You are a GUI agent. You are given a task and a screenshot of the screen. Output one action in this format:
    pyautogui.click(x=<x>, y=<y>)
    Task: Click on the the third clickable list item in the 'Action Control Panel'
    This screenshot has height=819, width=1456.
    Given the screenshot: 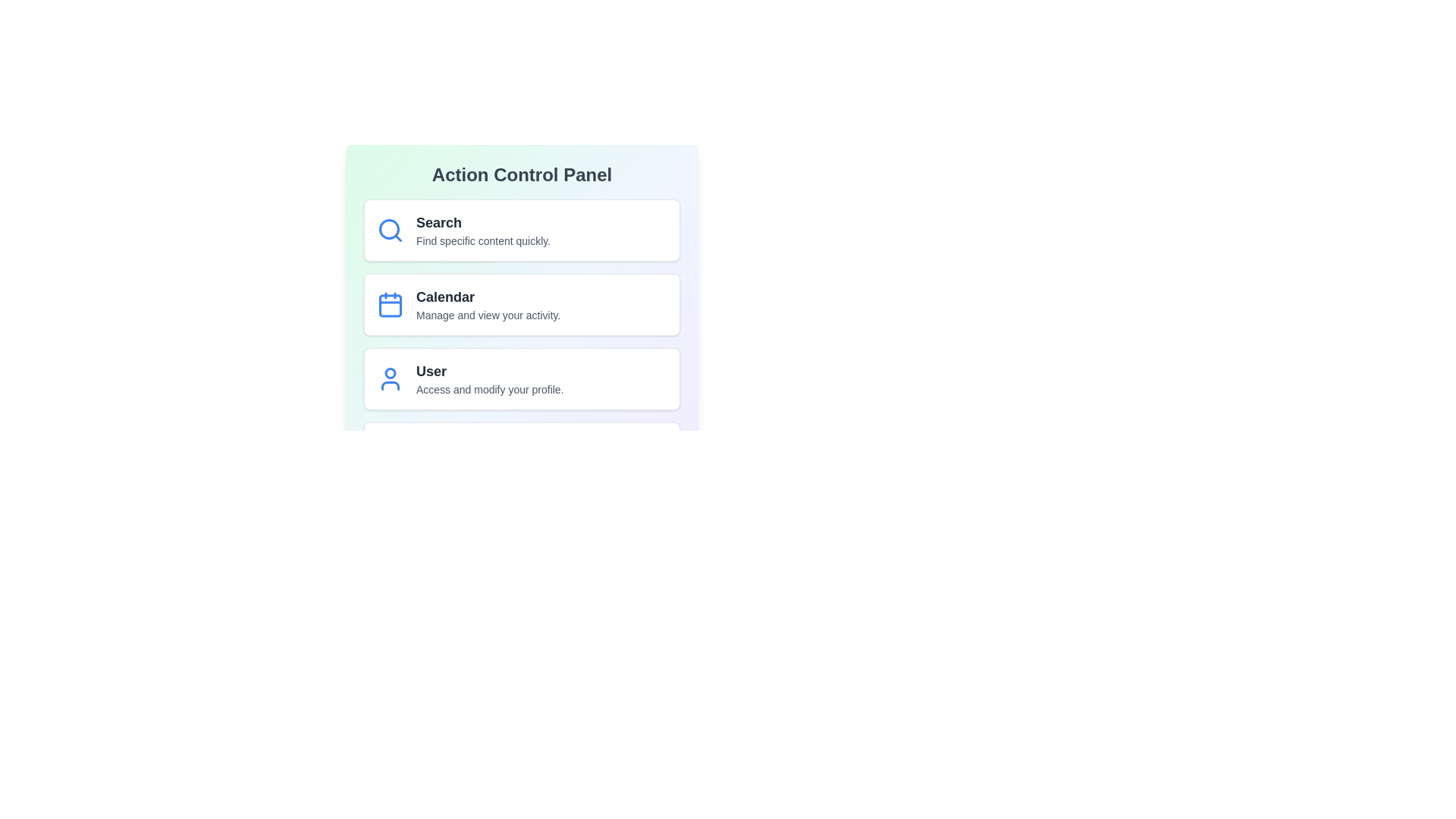 What is the action you would take?
    pyautogui.click(x=522, y=378)
    